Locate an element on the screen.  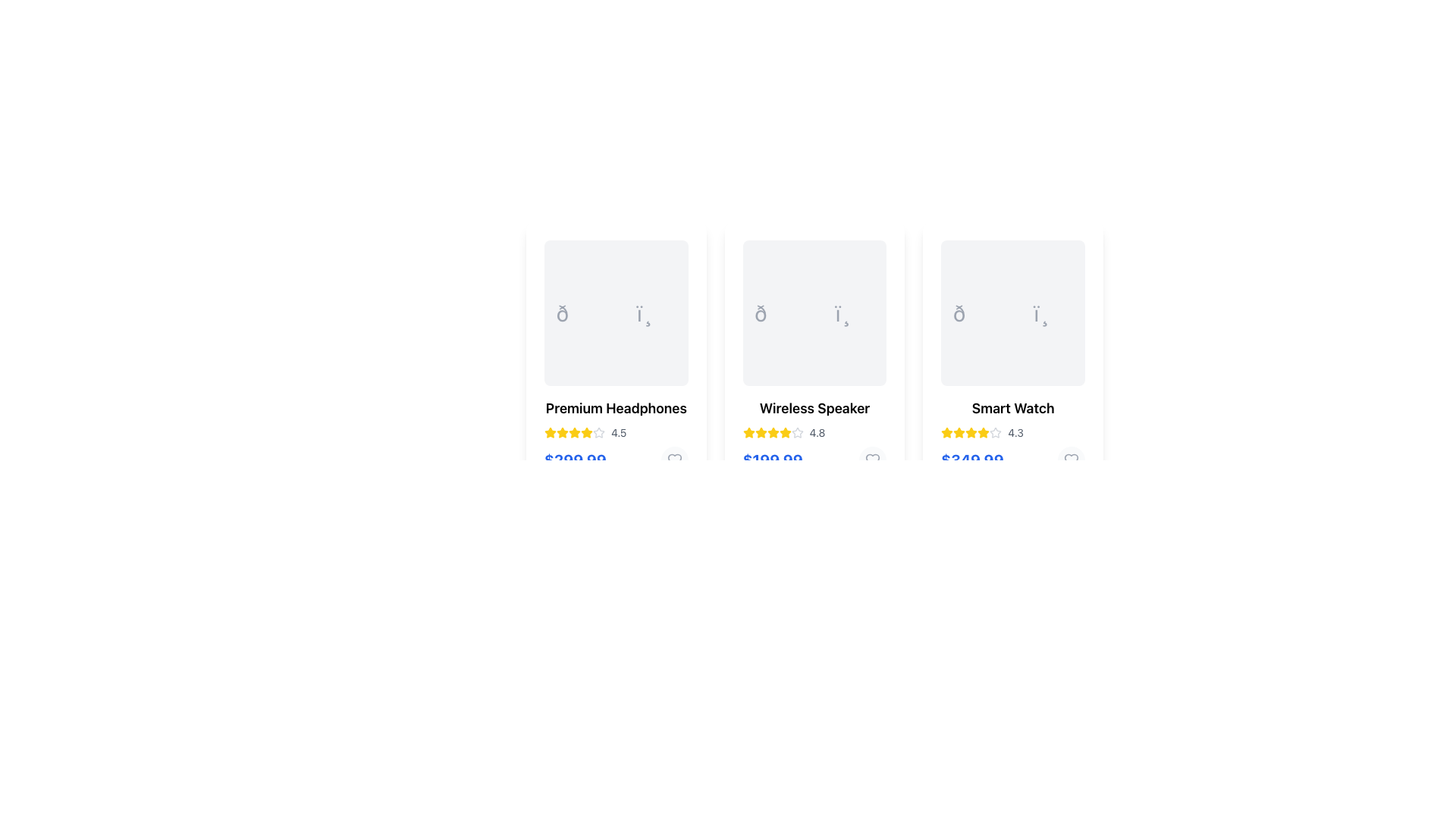
the heart-shaped icon button at the bottom-right corner of the 'Premium Headphones' card is located at coordinates (673, 459).